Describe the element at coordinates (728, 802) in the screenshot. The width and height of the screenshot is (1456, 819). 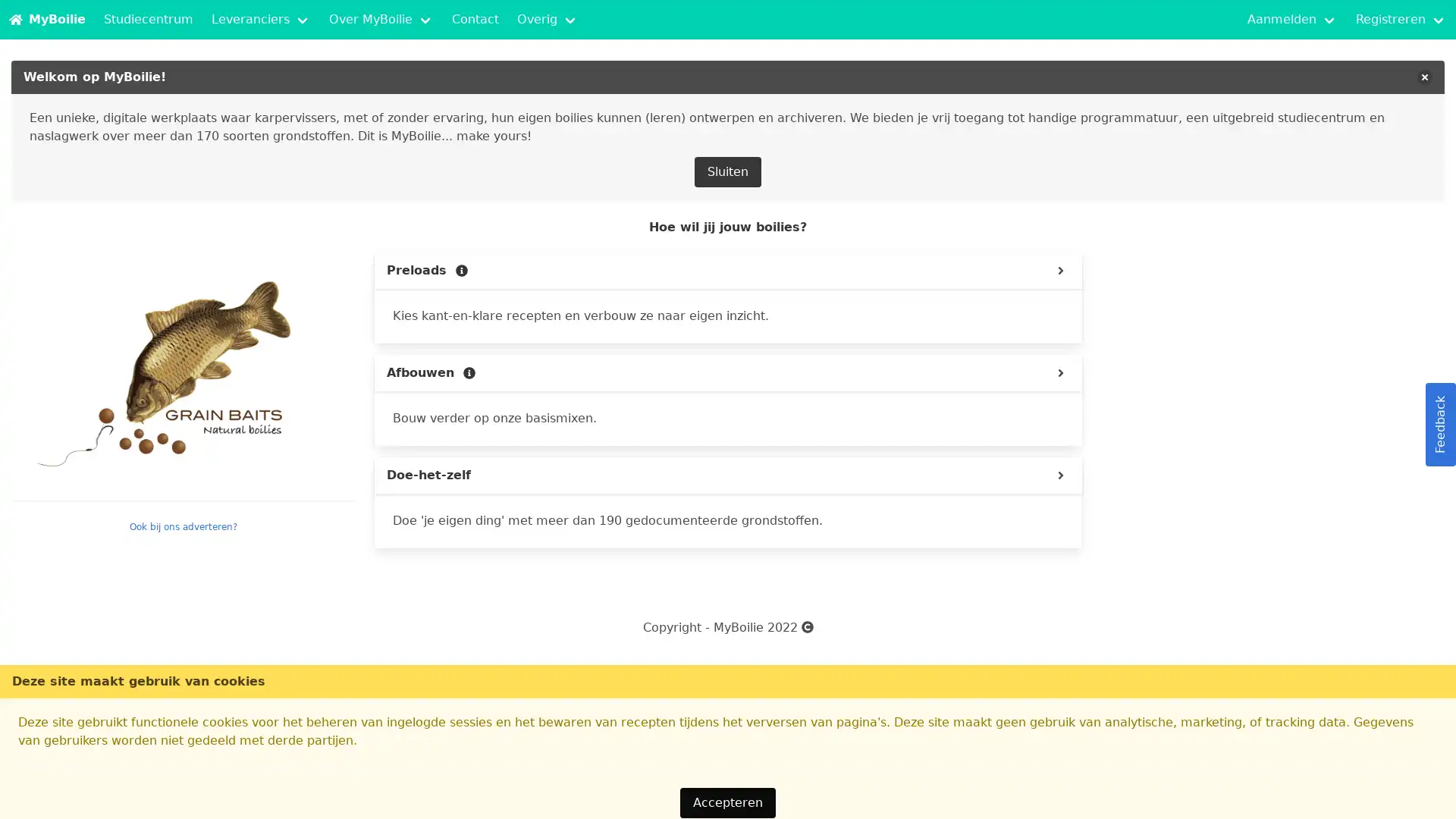
I see `Accepteren` at that location.